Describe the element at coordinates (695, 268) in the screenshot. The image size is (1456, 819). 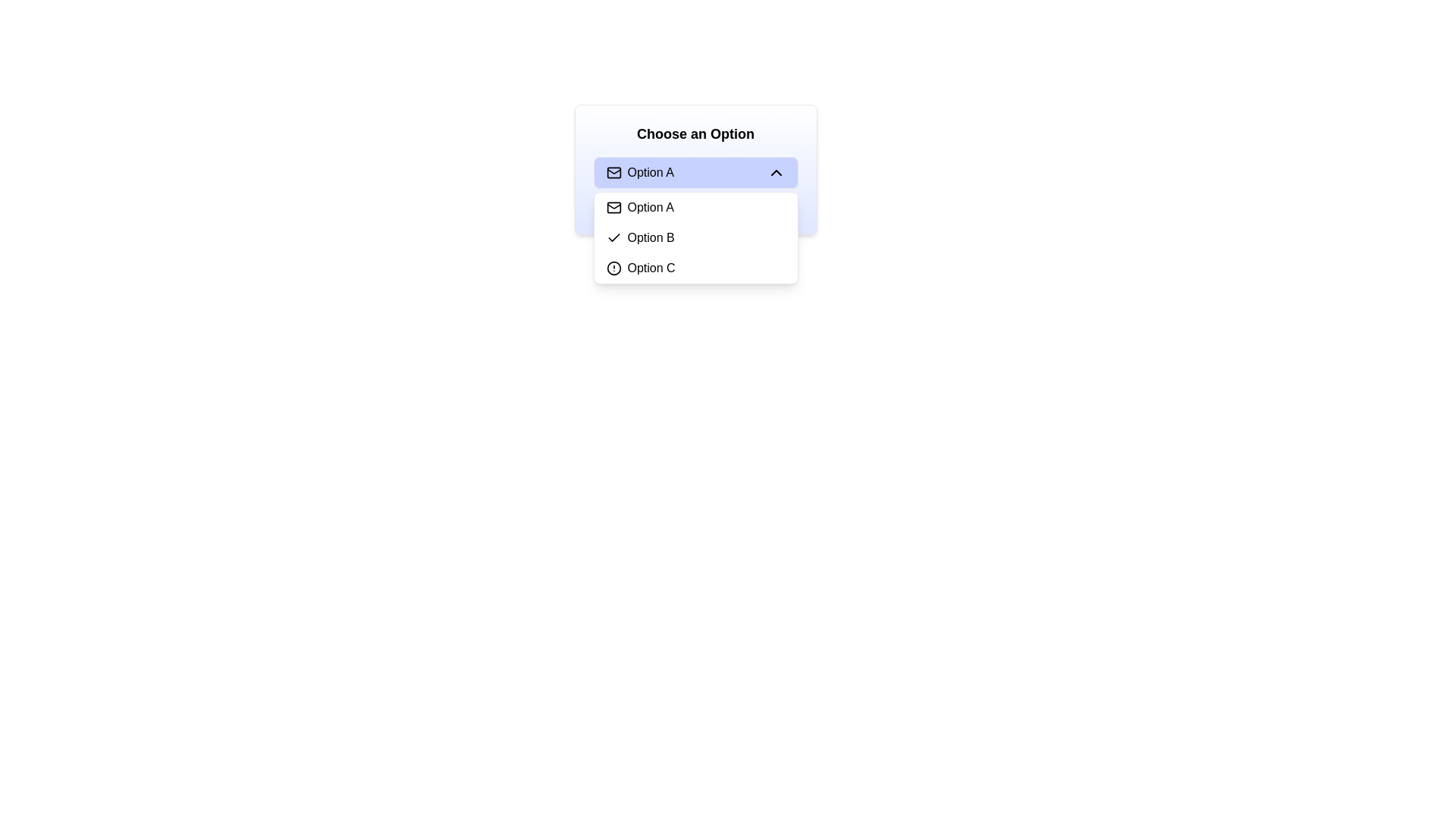
I see `the third entry in the dropdown menu titled 'Choose an Option'` at that location.